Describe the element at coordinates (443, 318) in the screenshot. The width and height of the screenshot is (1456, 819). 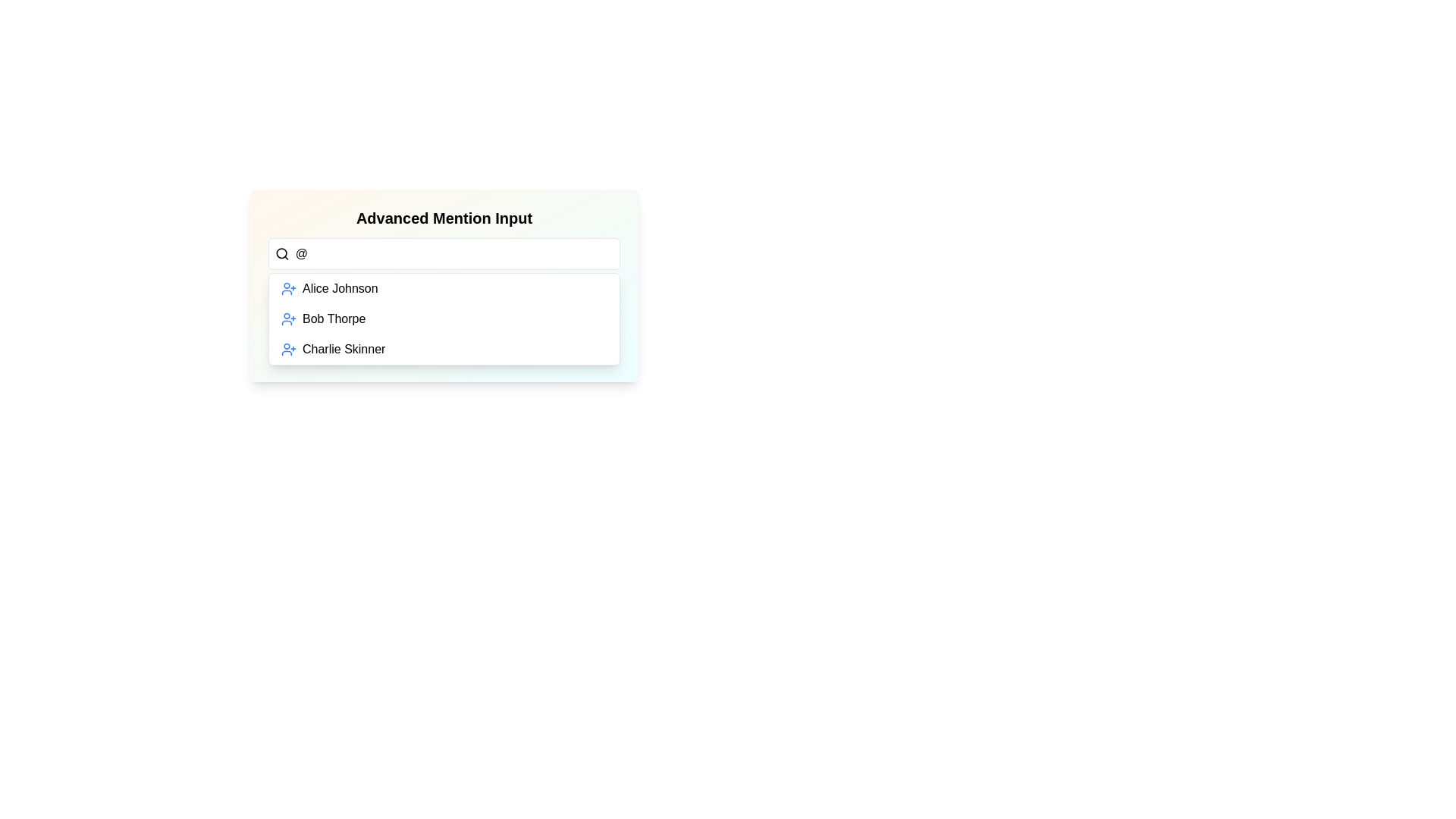
I see `the dropdown menu row containing user items 'Alice Johnson', 'Bob Thorpe', and 'Charlie Skinner' for more details` at that location.